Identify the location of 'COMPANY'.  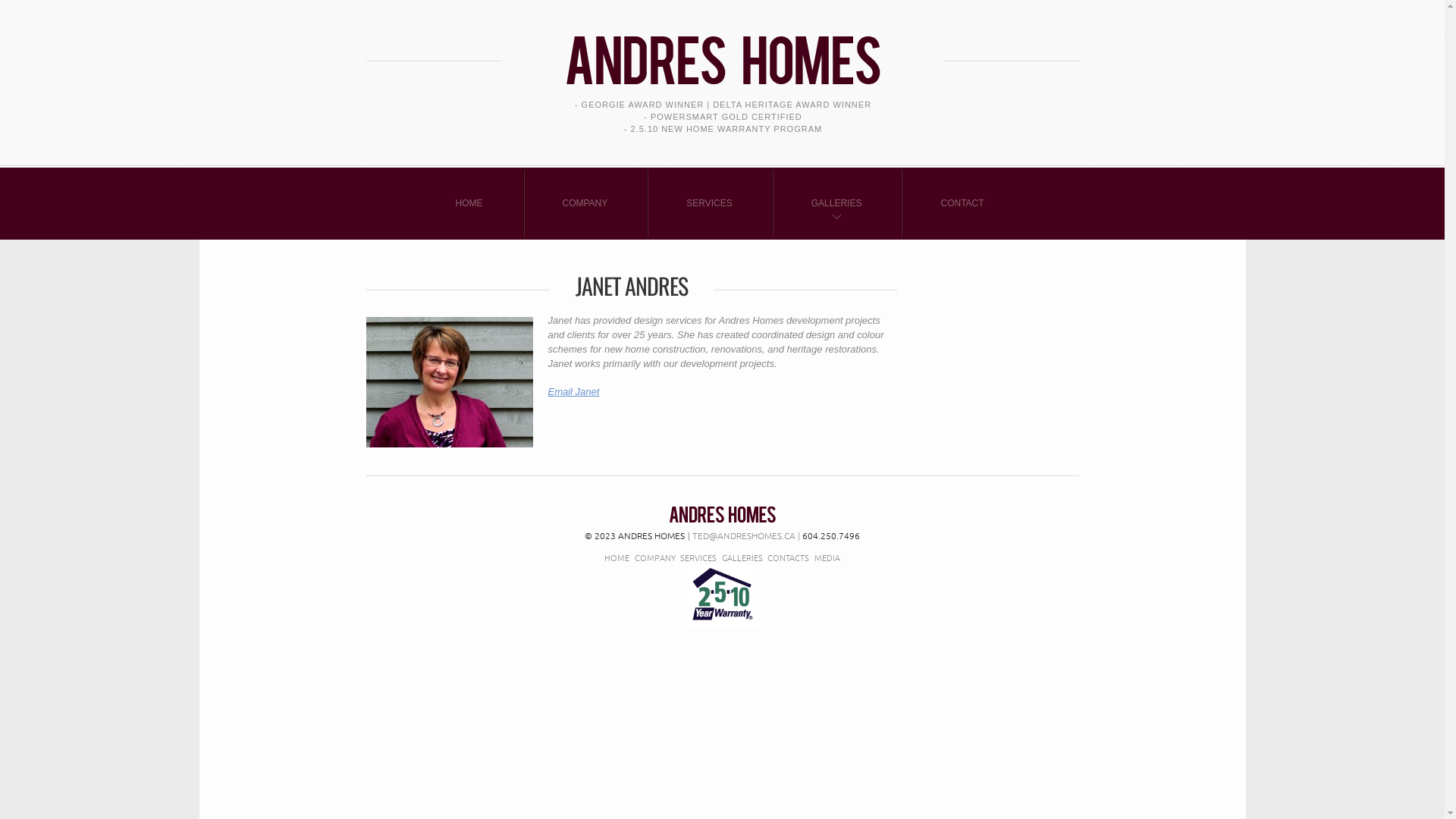
(655, 557).